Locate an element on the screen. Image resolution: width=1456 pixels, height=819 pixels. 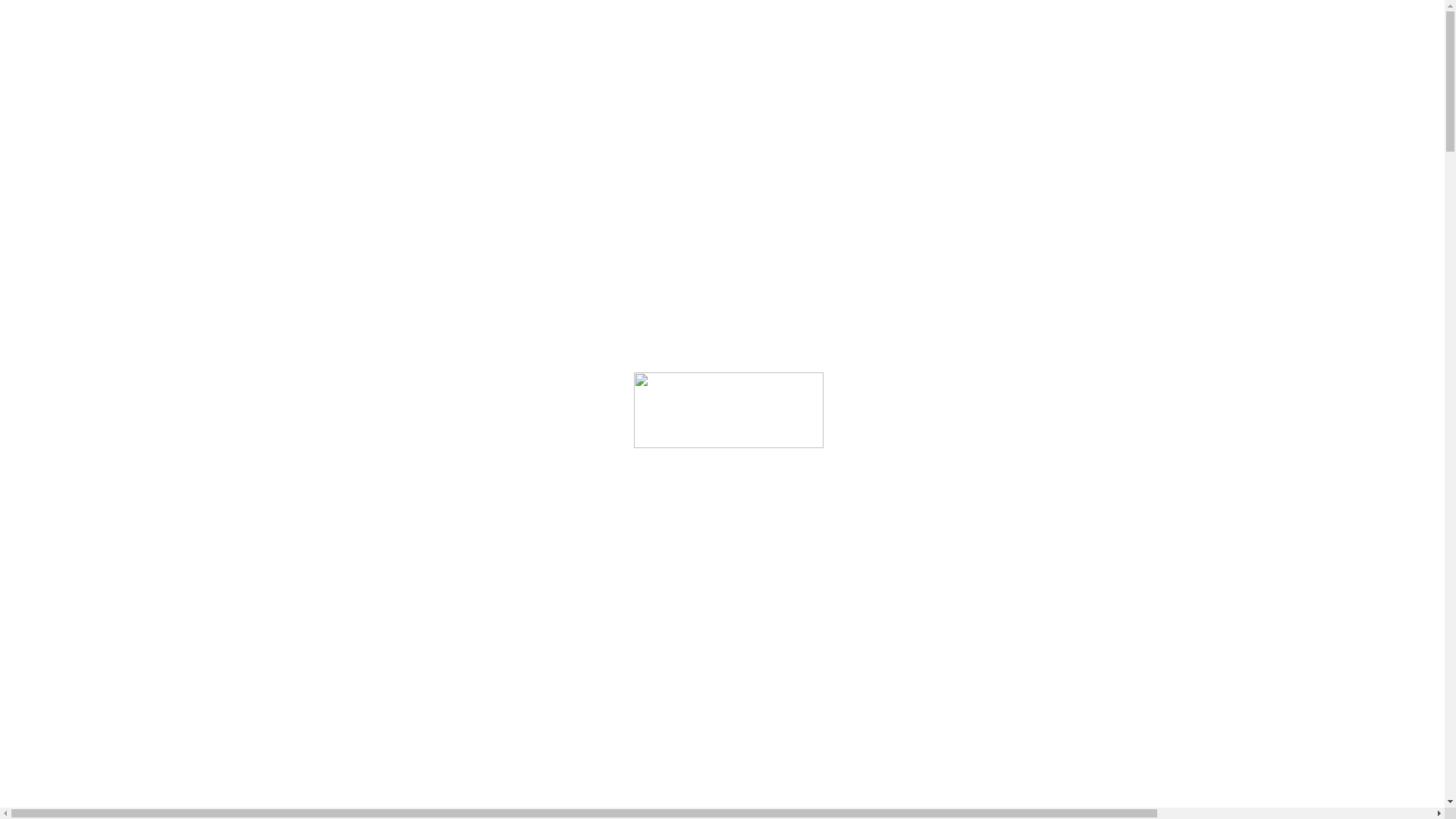
'Veelgestelde vragen' is located at coordinates (83, 227).